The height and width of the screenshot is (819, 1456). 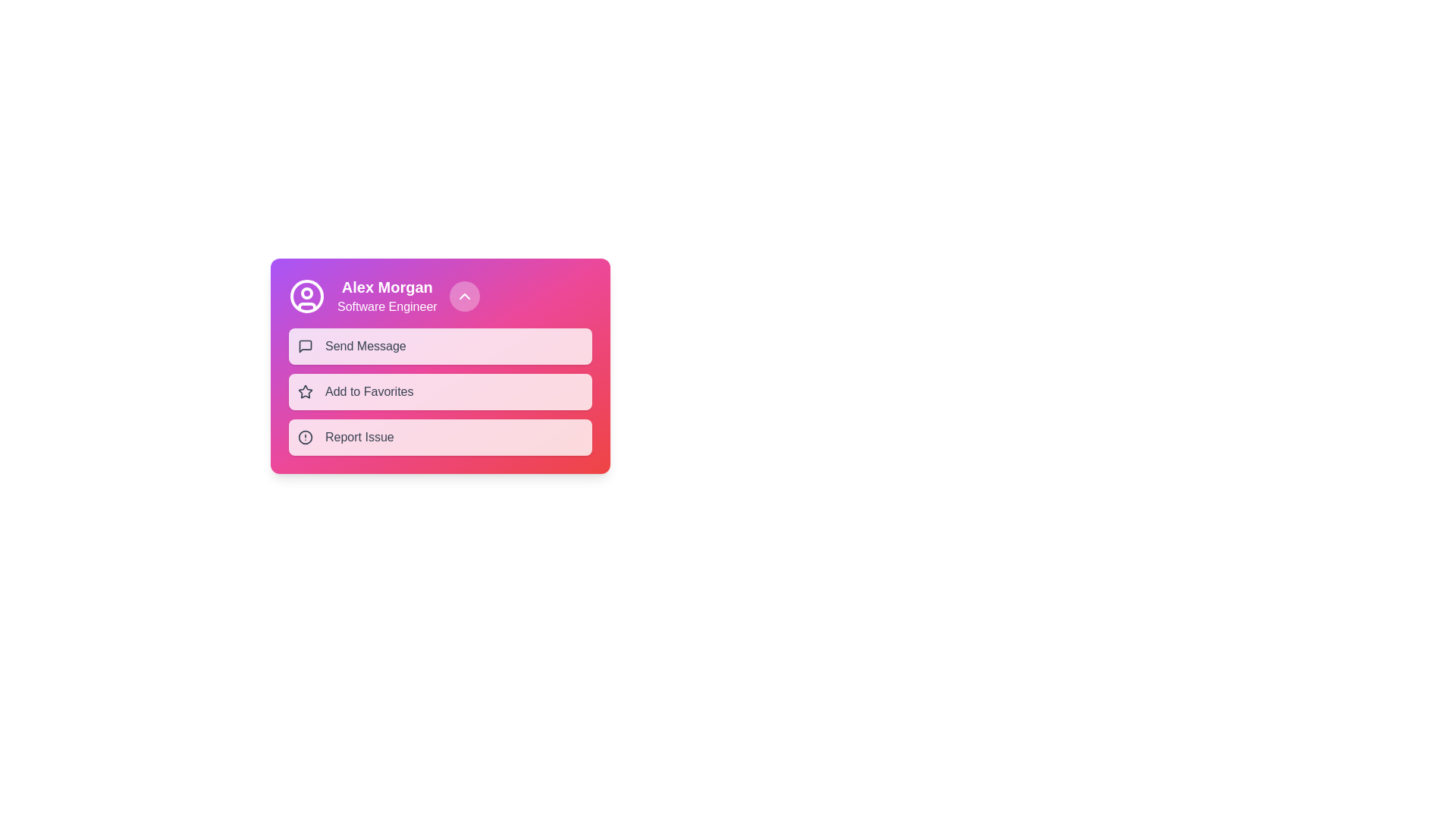 I want to click on the text label displaying 'Software Engineer' within Alex Morgan's profile card, which is located below the name 'Alex Morgan' and has a gradient pink-purple background, so click(x=387, y=307).